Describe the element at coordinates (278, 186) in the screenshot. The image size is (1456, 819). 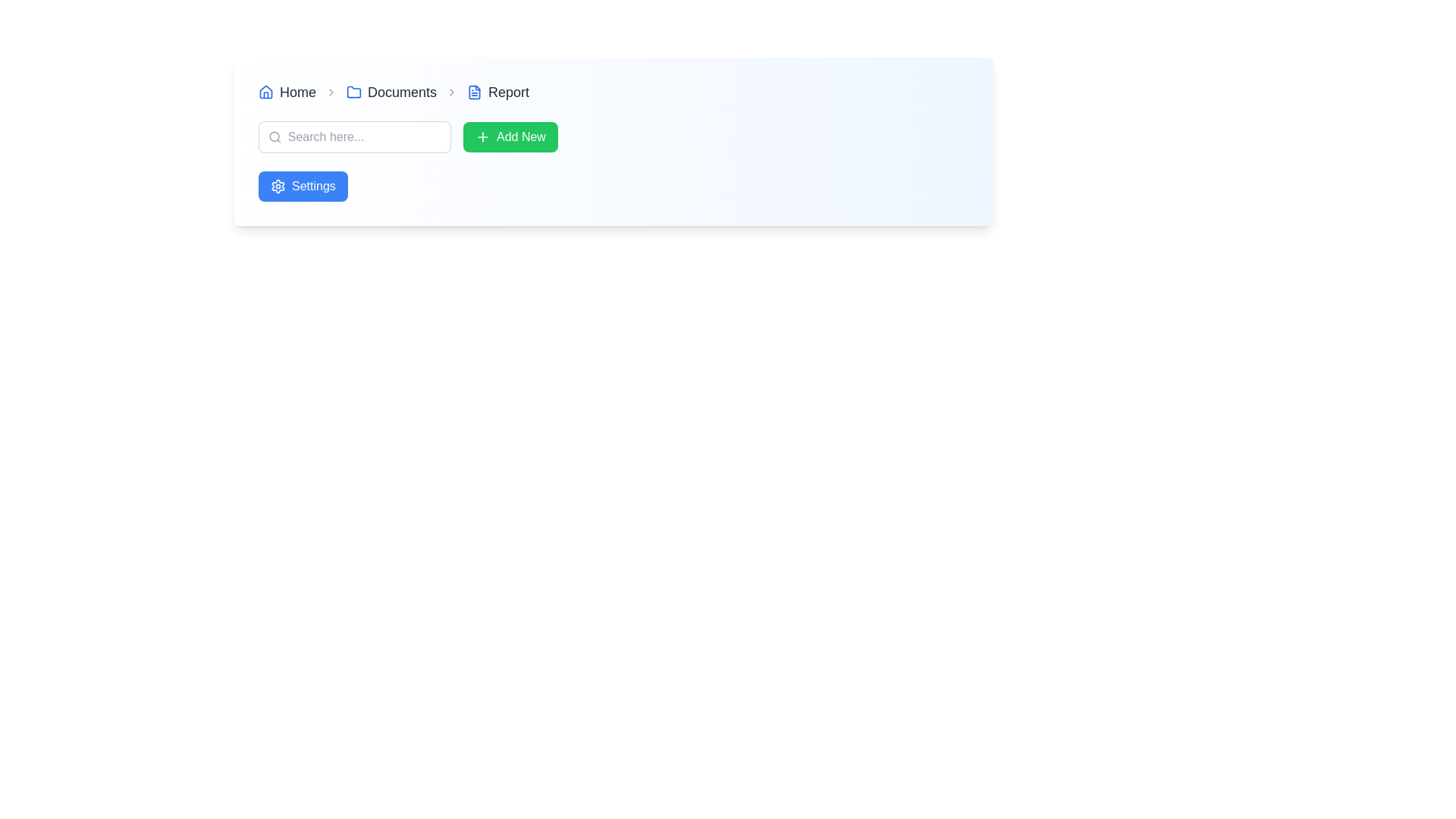
I see `the icon located in the bottom left corner of the blue 'Settings' button` at that location.